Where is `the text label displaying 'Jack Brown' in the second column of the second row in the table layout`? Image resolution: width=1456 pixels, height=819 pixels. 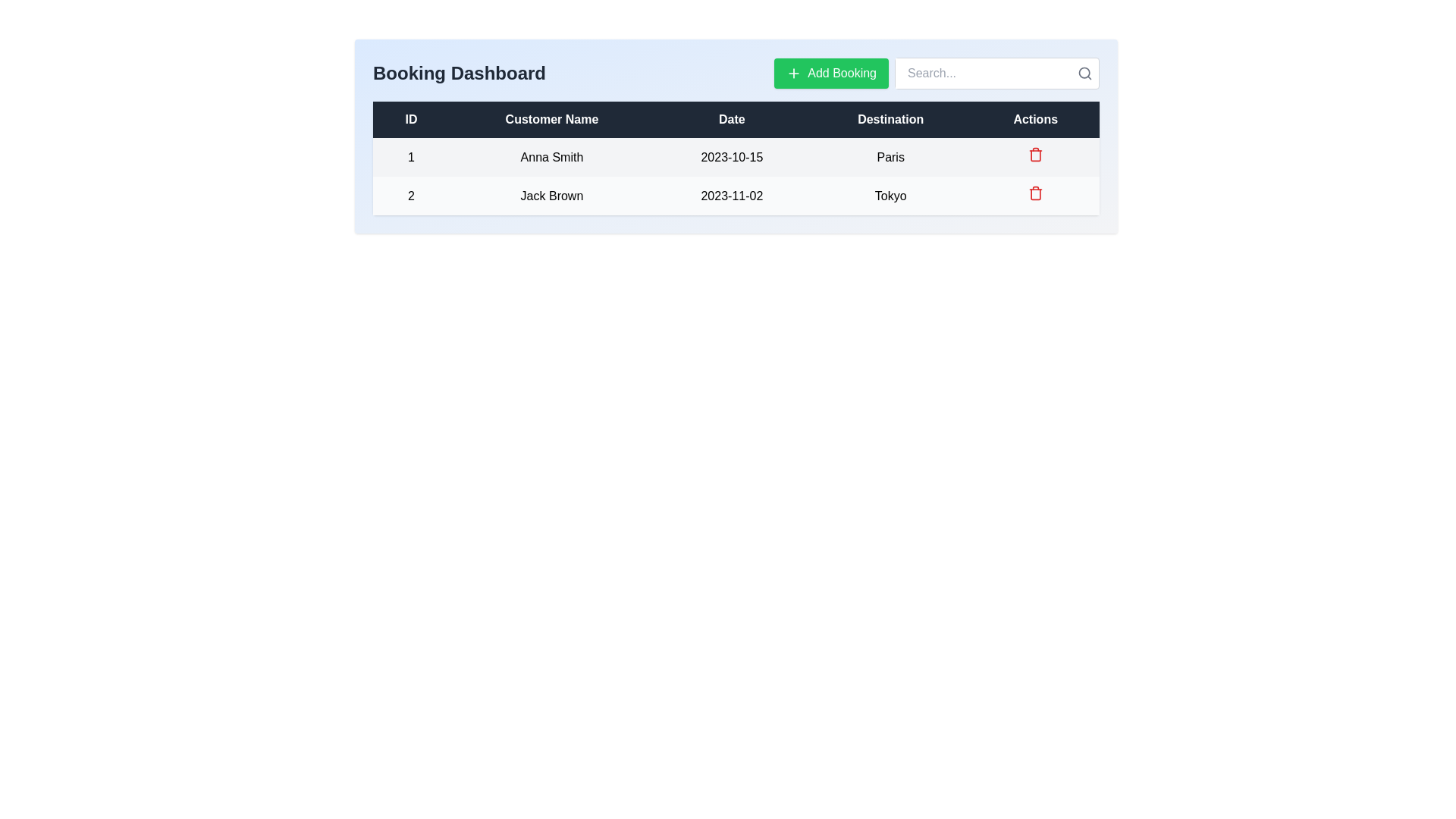
the text label displaying 'Jack Brown' in the second column of the second row in the table layout is located at coordinates (551, 195).